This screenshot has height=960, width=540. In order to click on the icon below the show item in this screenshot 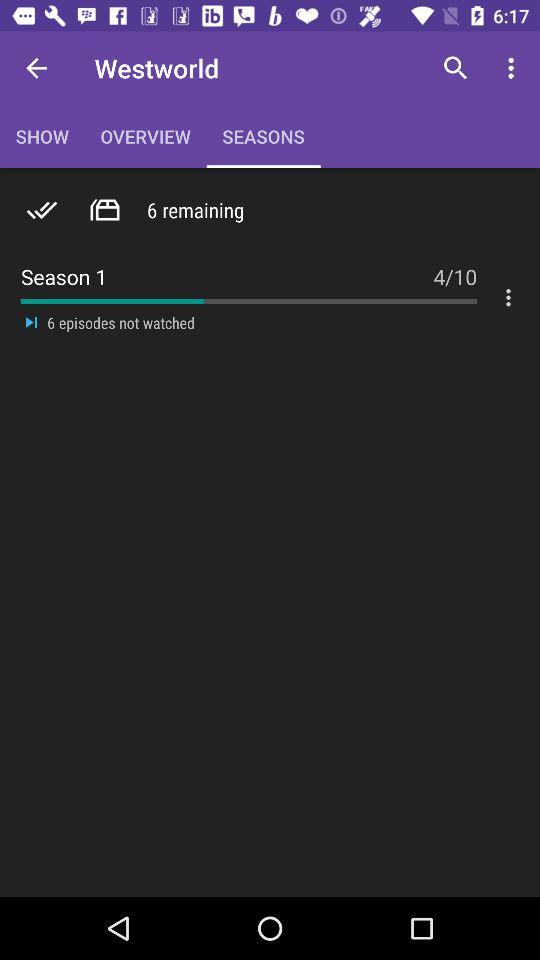, I will do `click(42, 210)`.